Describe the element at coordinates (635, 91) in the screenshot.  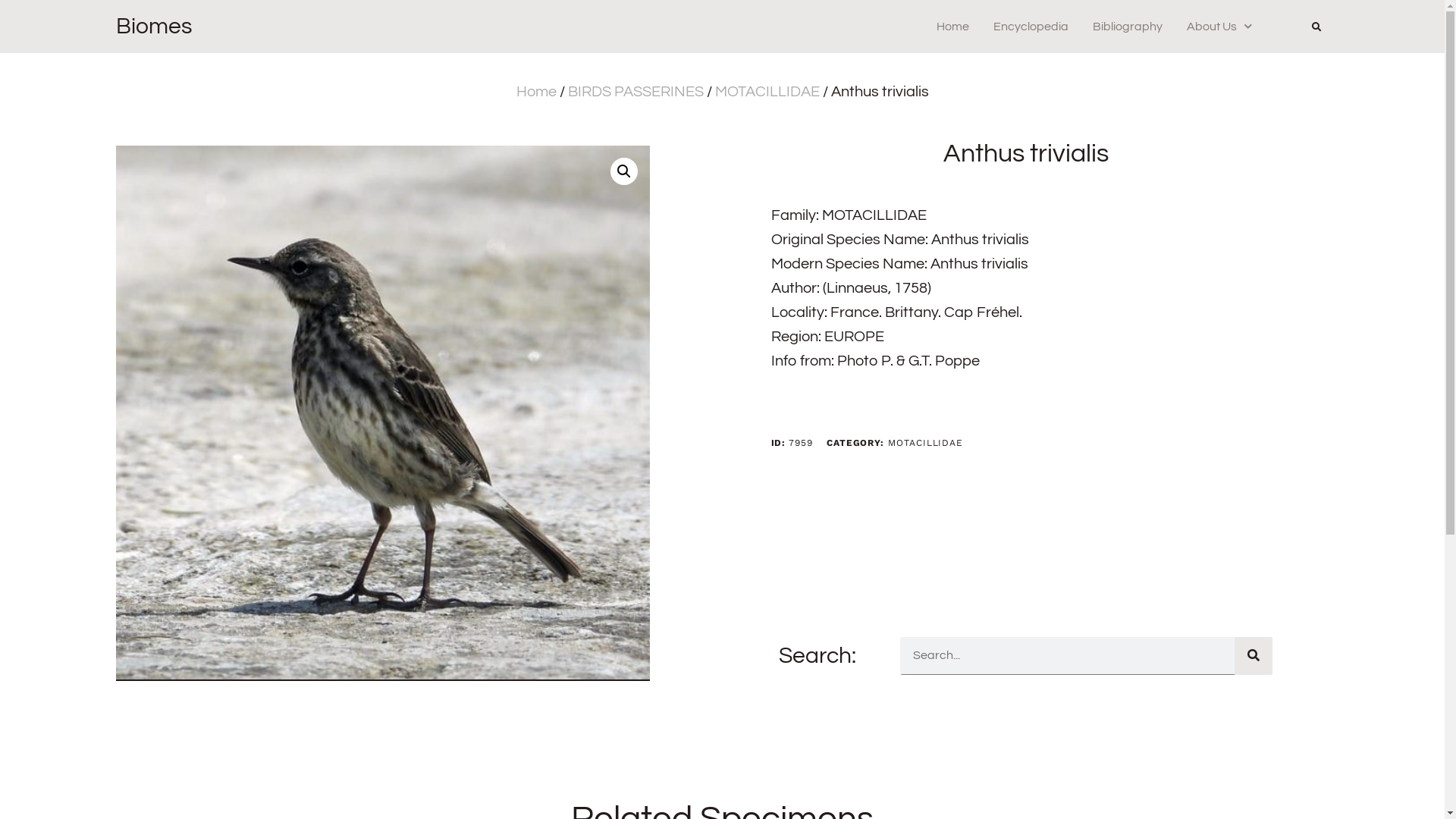
I see `'BIRDS PASSERINES'` at that location.